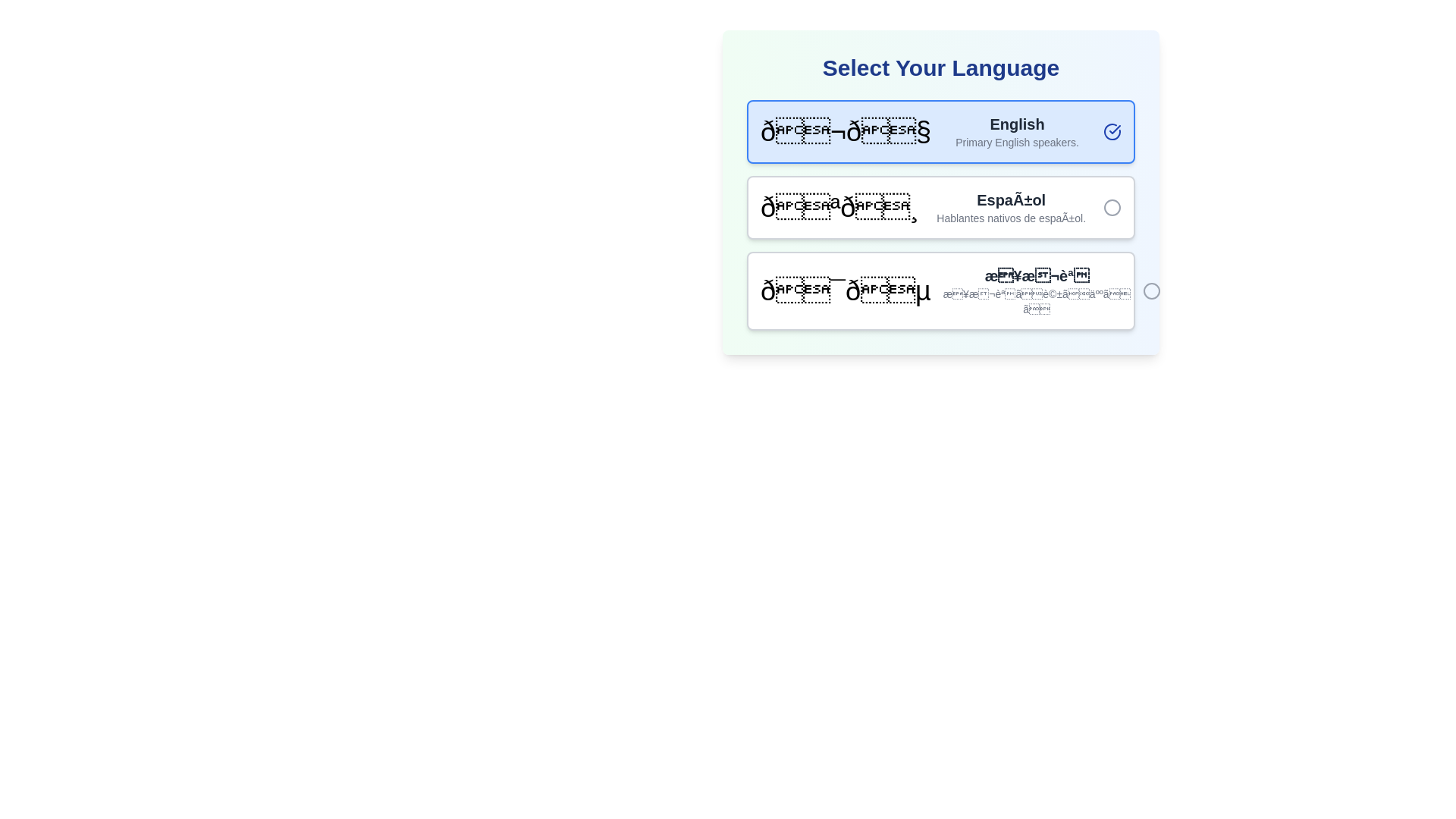 This screenshot has height=819, width=1456. What do you see at coordinates (1011, 218) in the screenshot?
I see `the static text element that provides a description for the 'Español' language option, located directly under the bold 'Español' label` at bounding box center [1011, 218].